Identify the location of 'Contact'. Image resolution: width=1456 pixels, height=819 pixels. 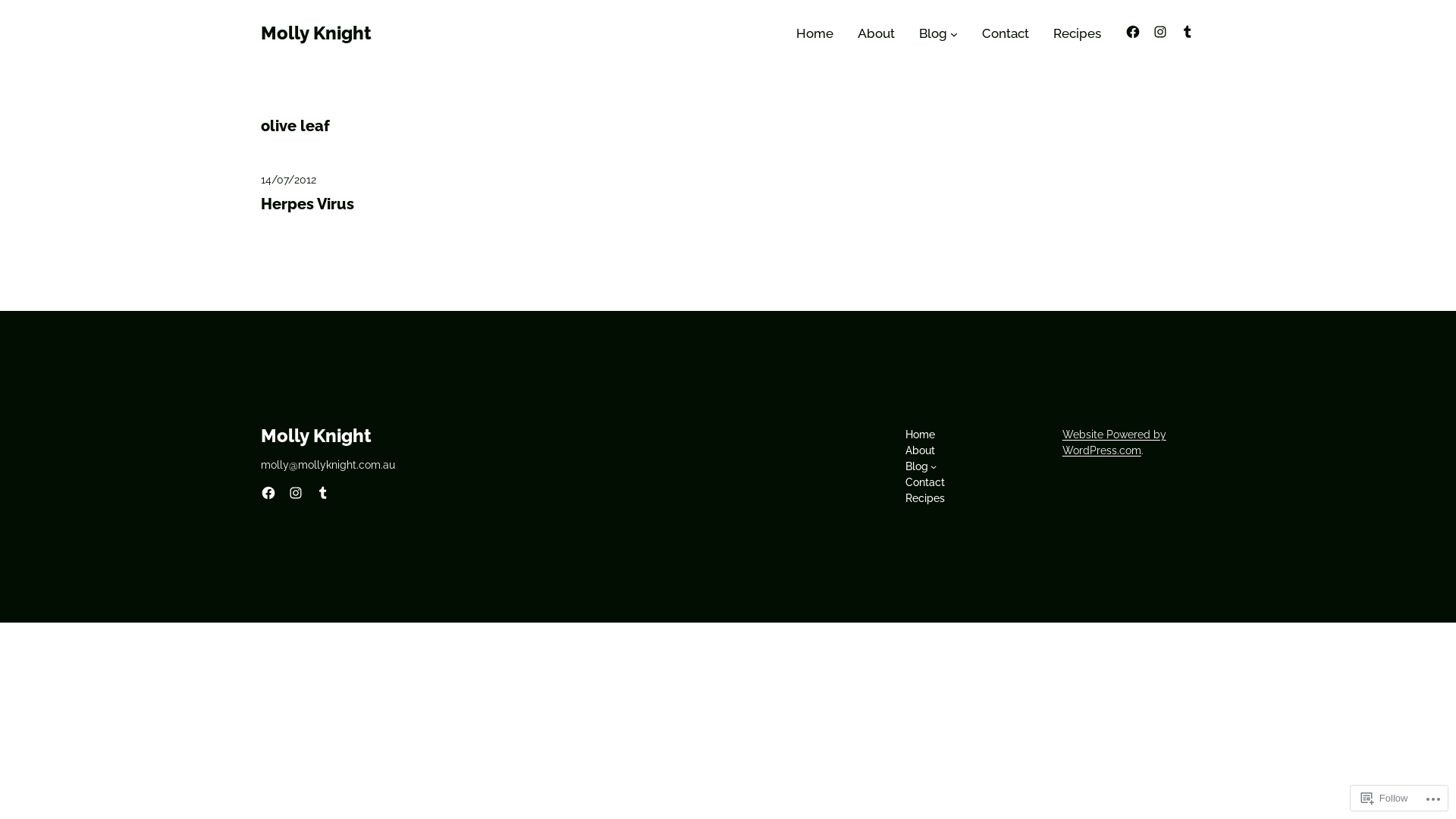
(924, 482).